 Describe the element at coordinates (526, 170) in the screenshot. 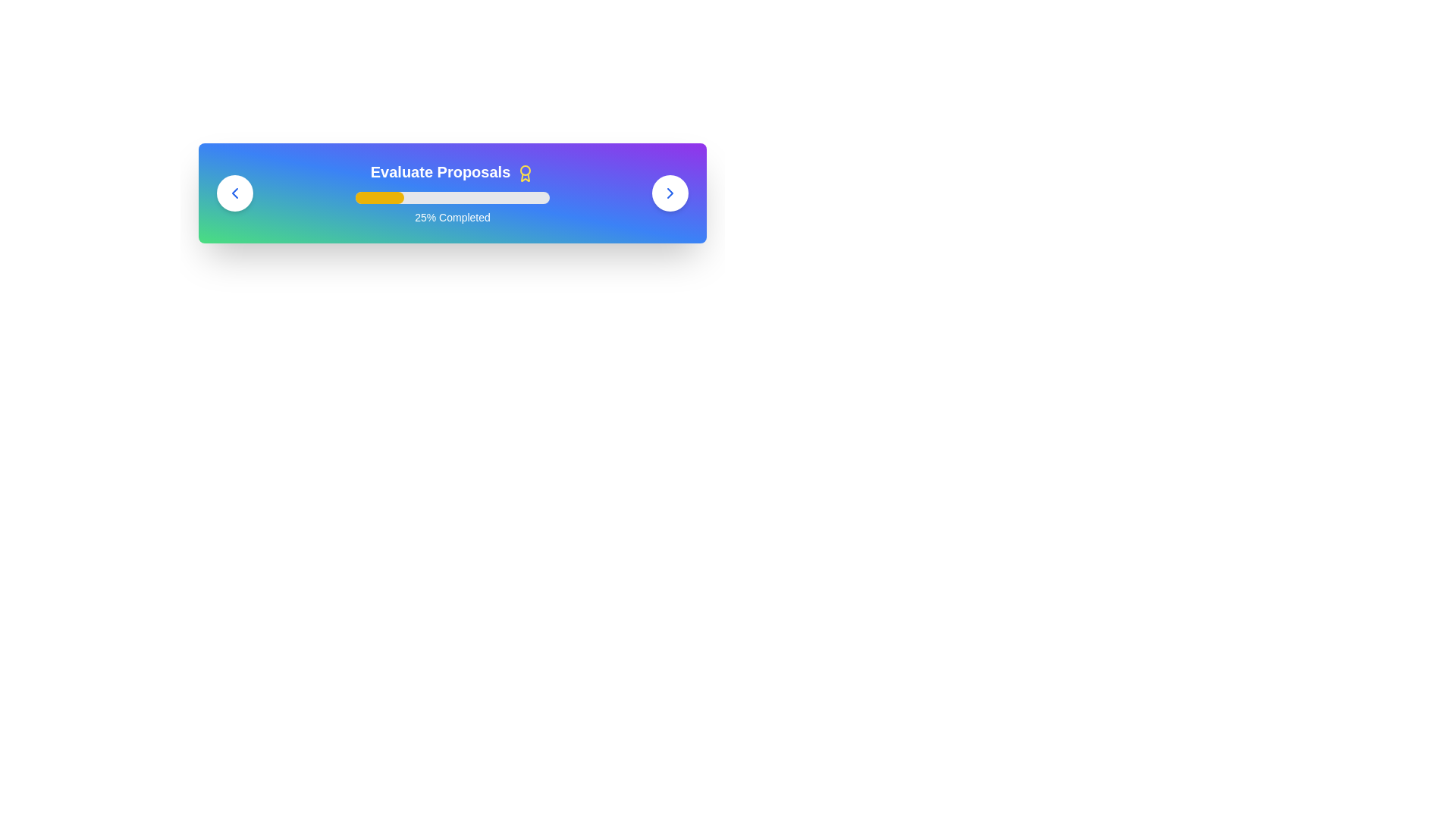

I see `the SVG Circle element that is part of a decorative award icon, located to the right of the 'Evaluate Proposals' label in a gradient-colored card` at that location.